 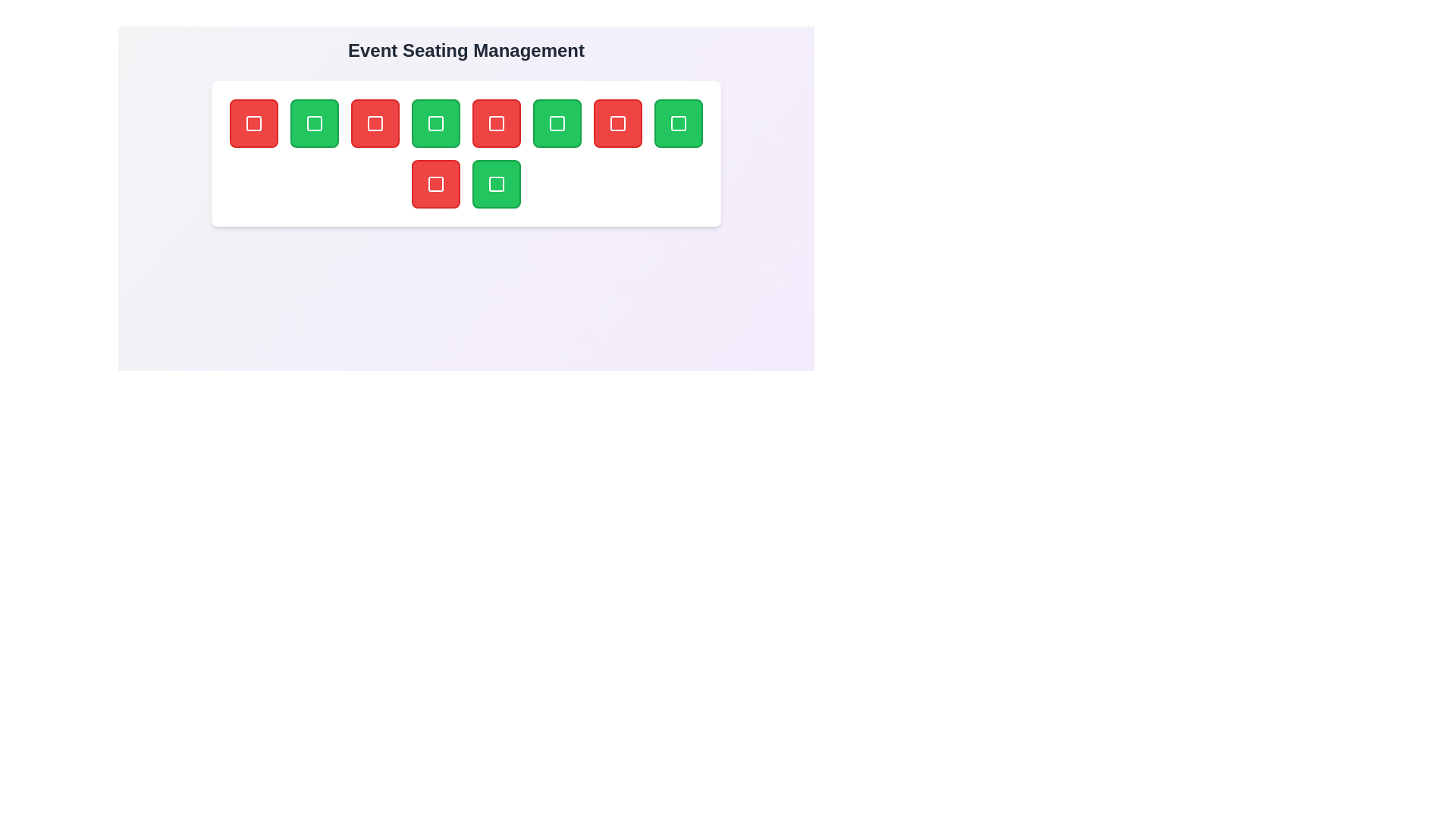 What do you see at coordinates (496, 122) in the screenshot?
I see `the SVG rectangle with rounded corners located in the fourth square from the left in the top row under 'Event Seating Management'` at bounding box center [496, 122].